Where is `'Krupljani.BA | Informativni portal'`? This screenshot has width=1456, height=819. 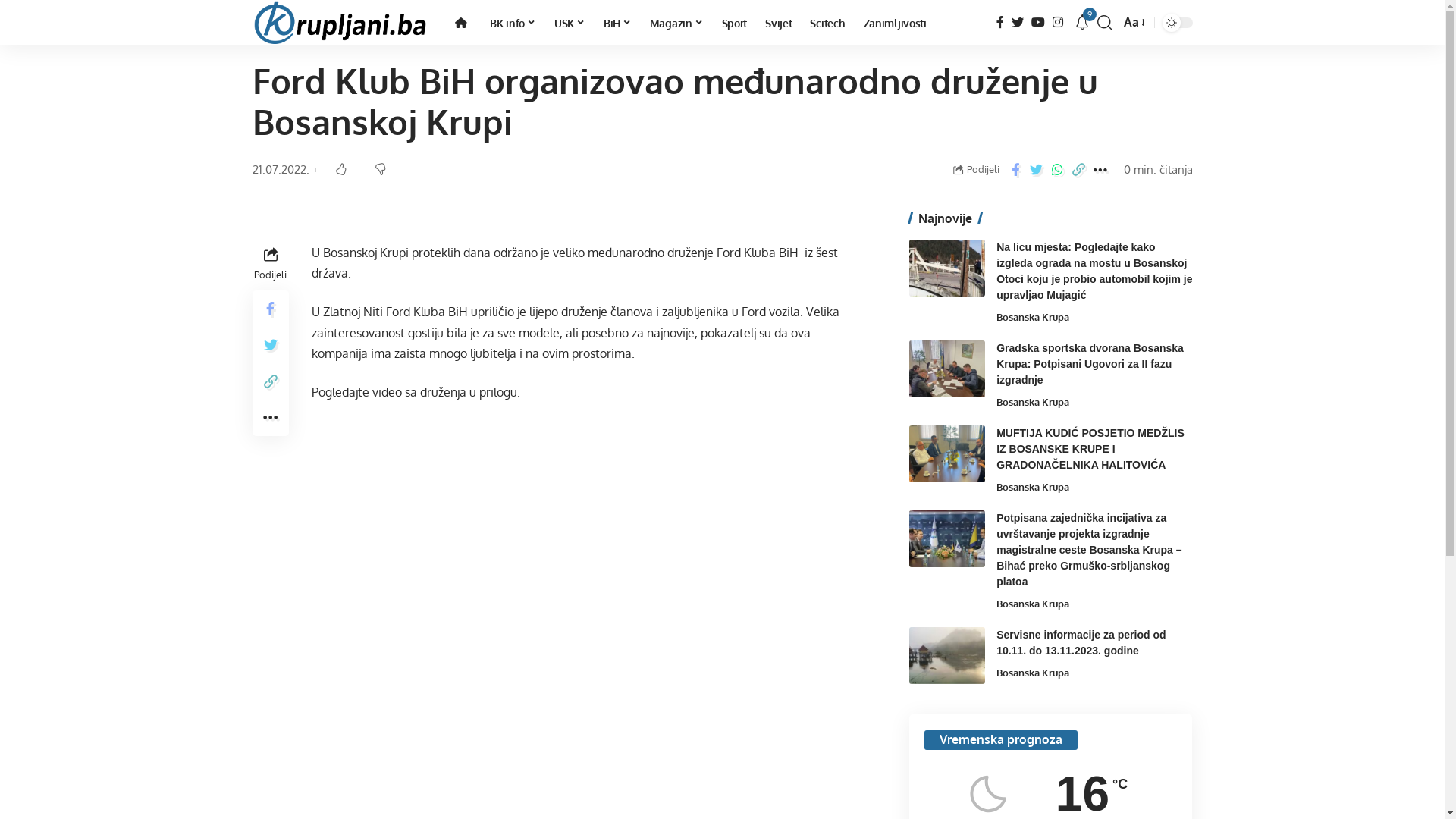
'Krupljani.BA | Informativni portal' is located at coordinates (251, 23).